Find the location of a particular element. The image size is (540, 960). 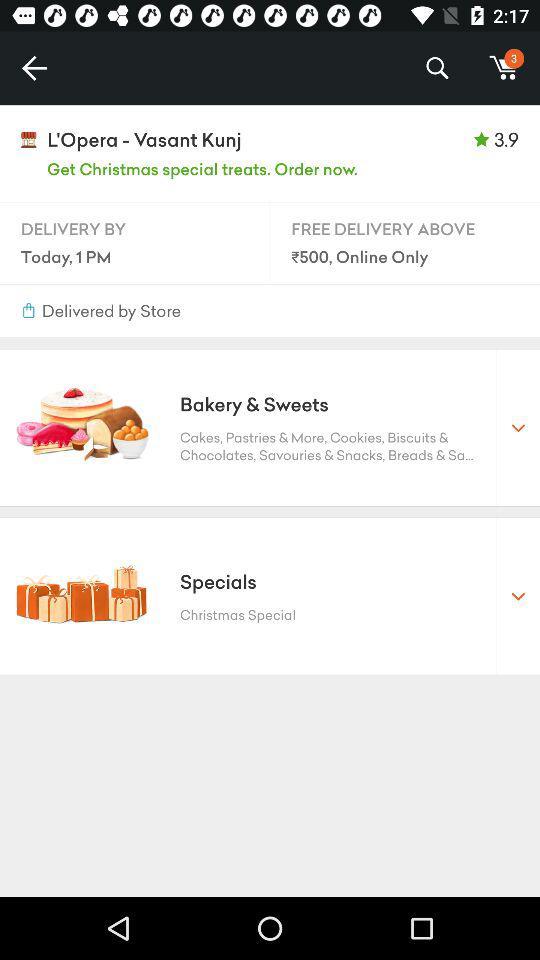

m icon is located at coordinates (503, 68).